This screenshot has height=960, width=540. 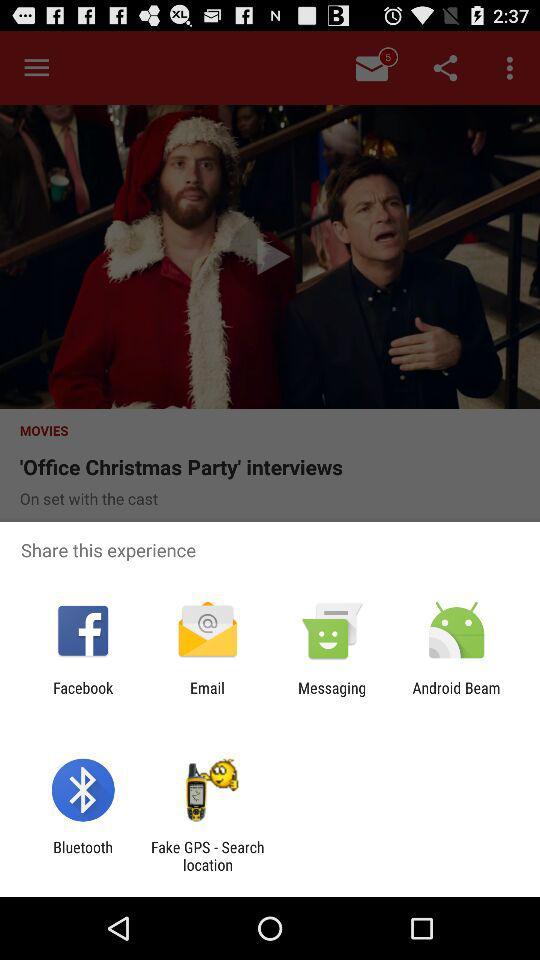 What do you see at coordinates (82, 855) in the screenshot?
I see `the app next to fake gps search icon` at bounding box center [82, 855].